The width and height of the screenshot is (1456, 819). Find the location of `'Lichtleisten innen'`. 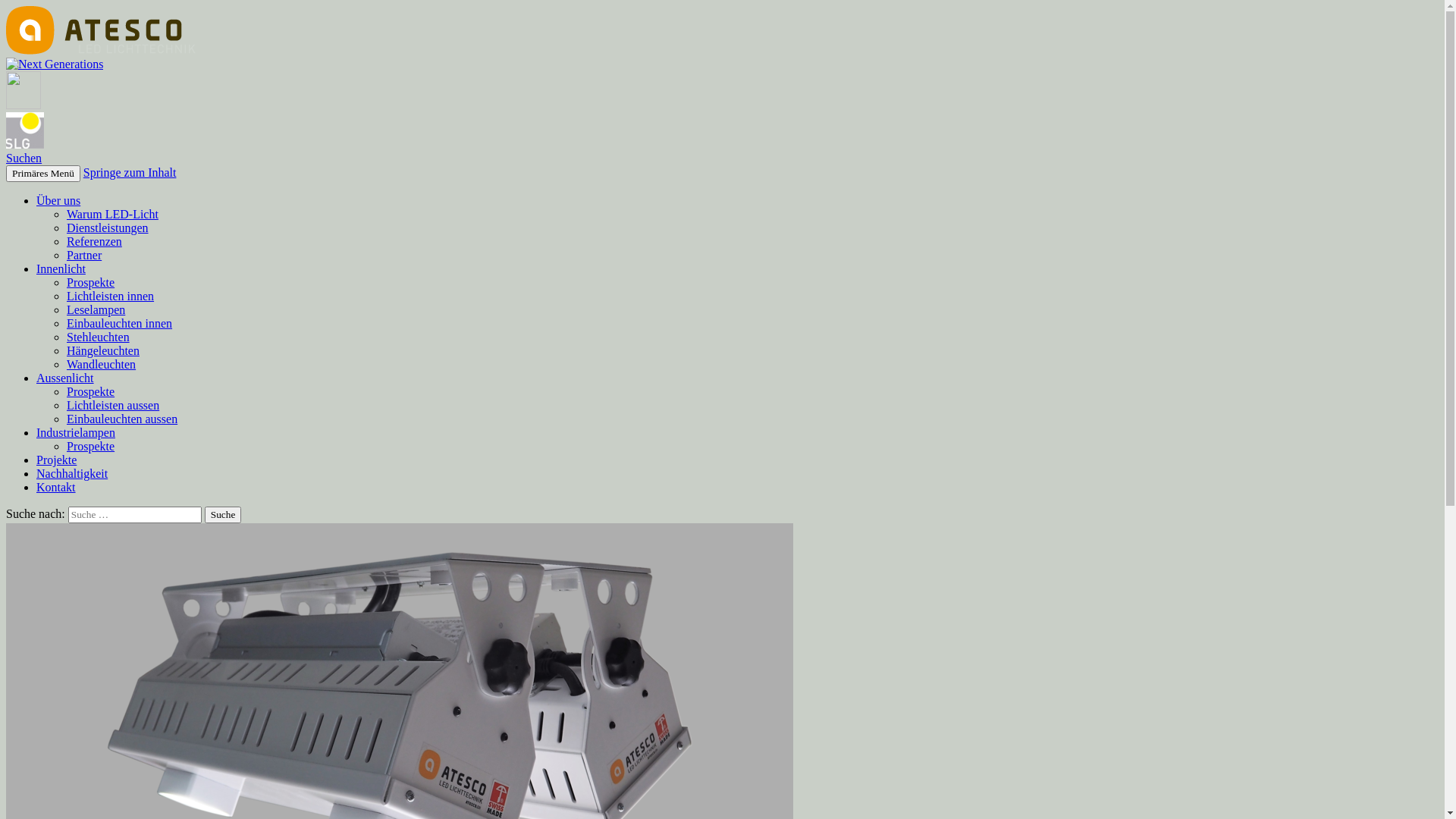

'Lichtleisten innen' is located at coordinates (109, 296).